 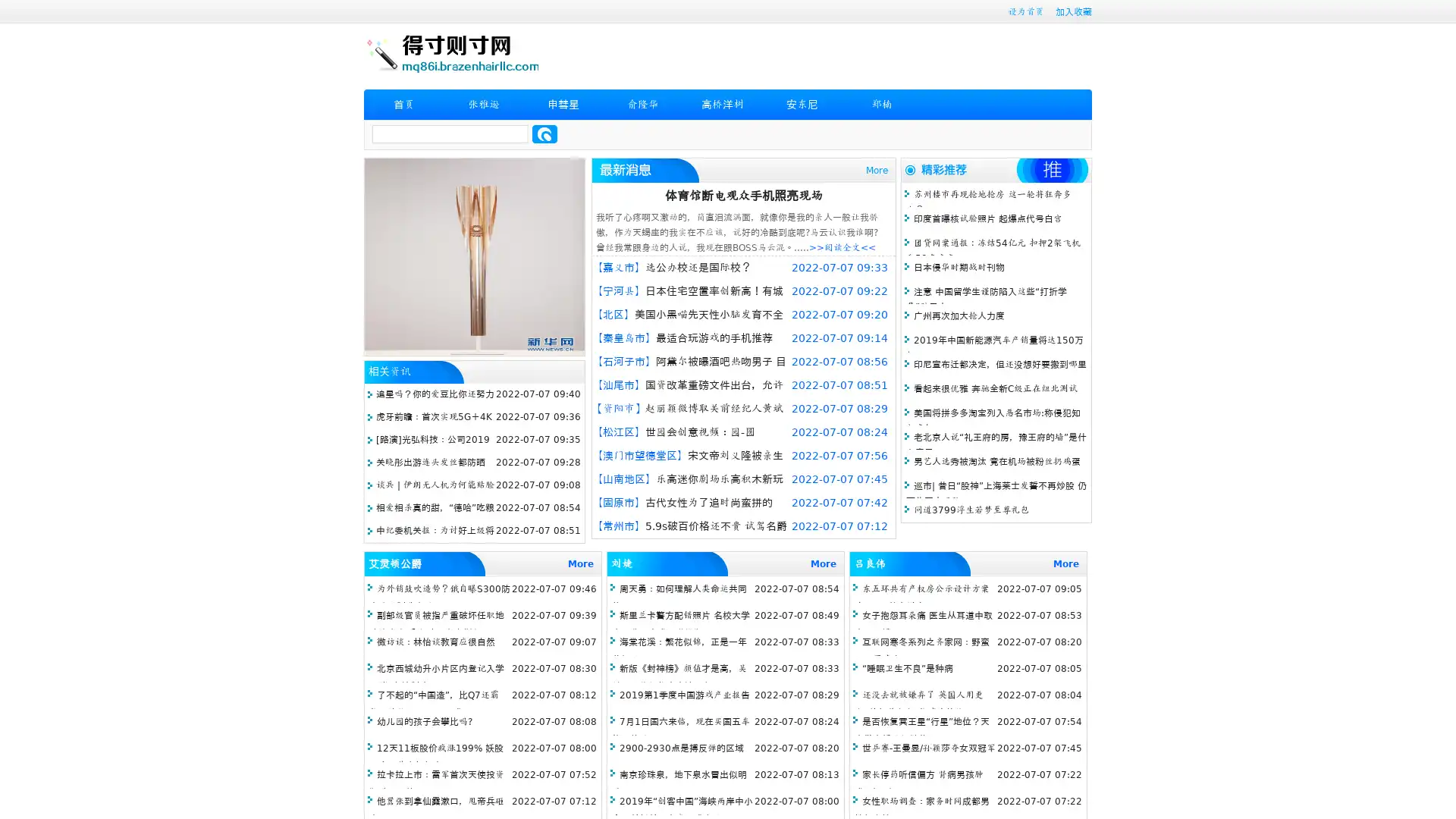 What do you see at coordinates (544, 133) in the screenshot?
I see `Search` at bounding box center [544, 133].